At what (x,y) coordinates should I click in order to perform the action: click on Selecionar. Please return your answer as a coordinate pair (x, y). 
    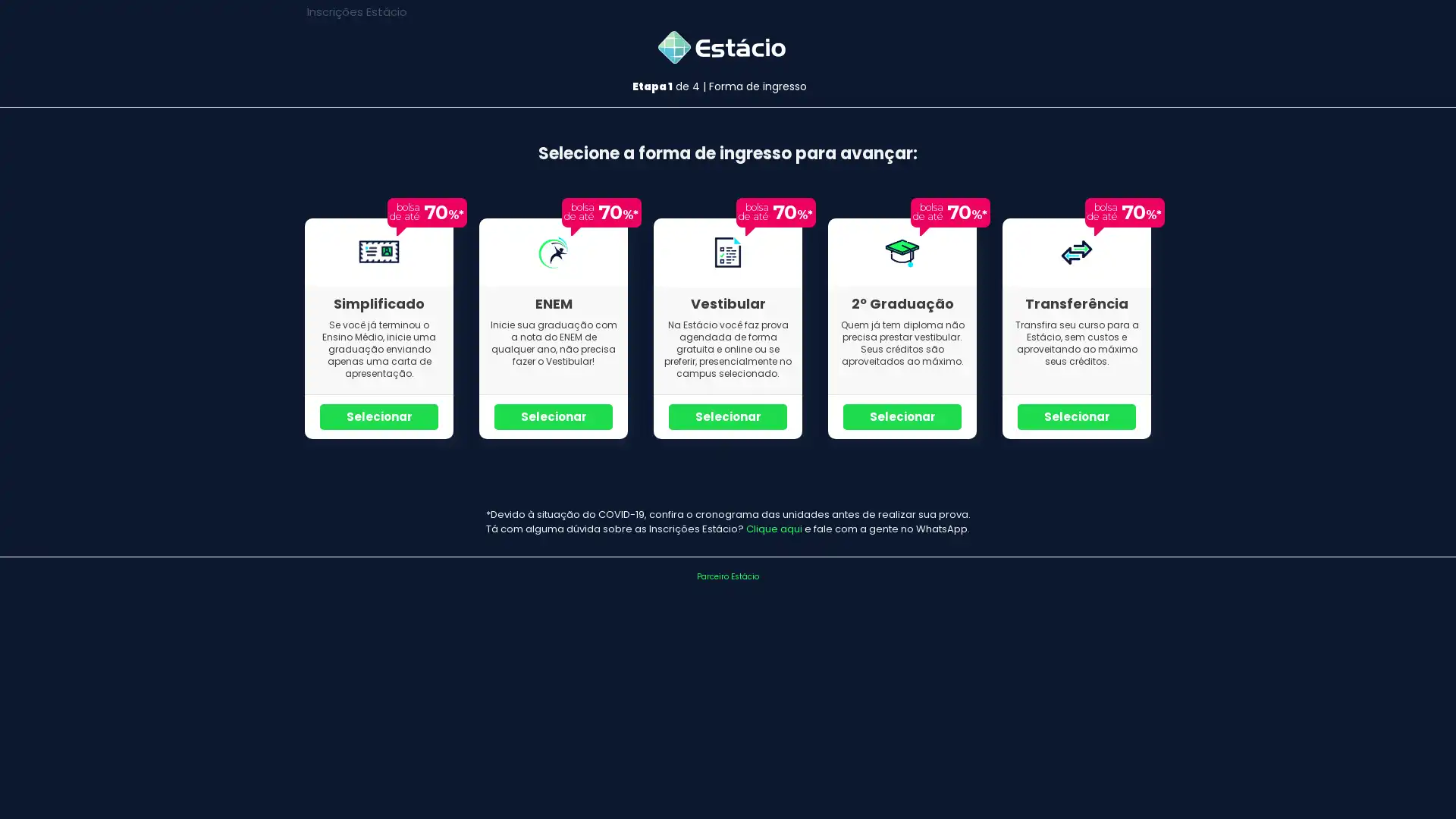
    Looking at the image, I should click on (378, 416).